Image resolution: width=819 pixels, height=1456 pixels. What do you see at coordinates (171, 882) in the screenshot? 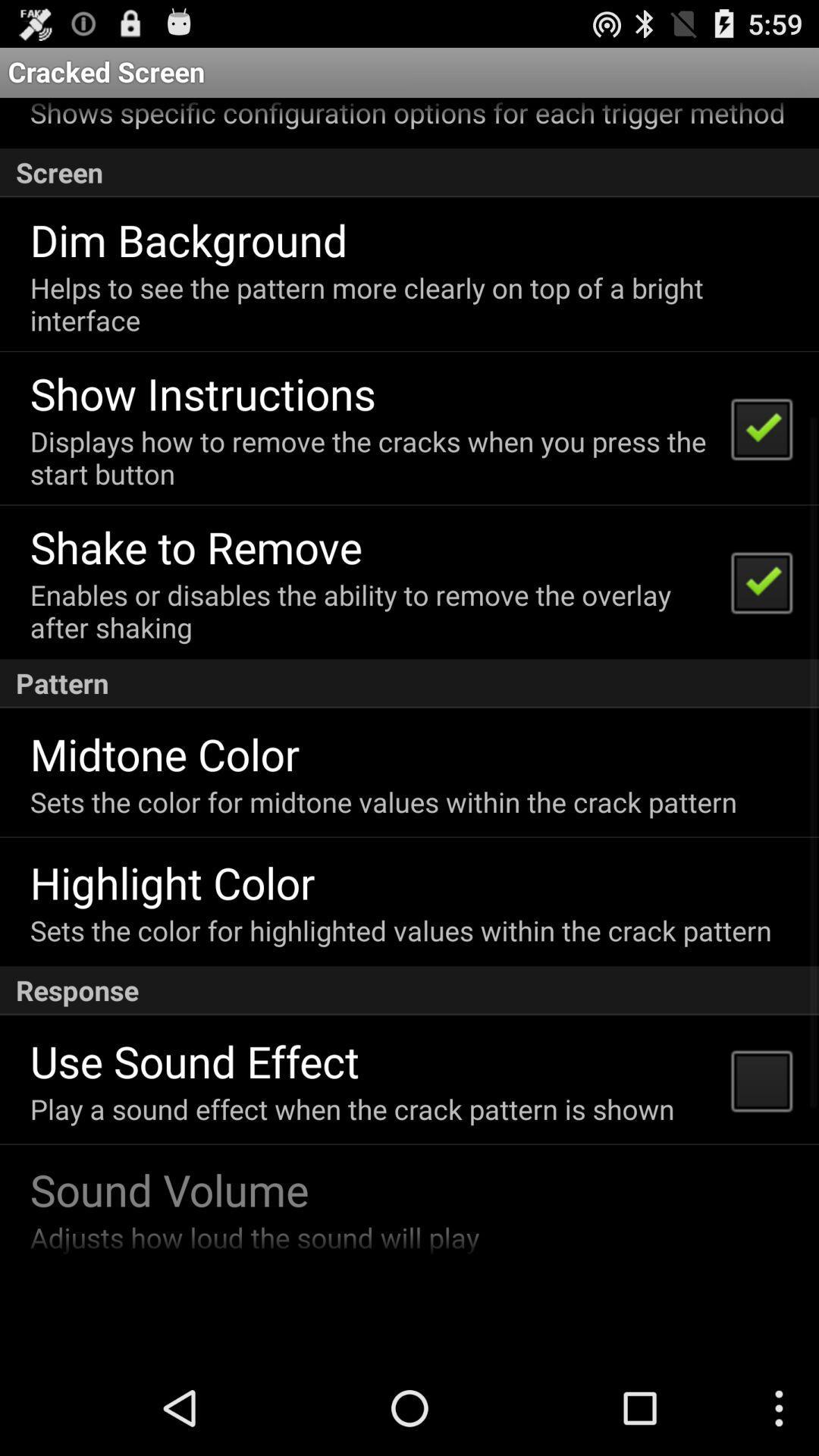
I see `the icon below the sets the color` at bounding box center [171, 882].